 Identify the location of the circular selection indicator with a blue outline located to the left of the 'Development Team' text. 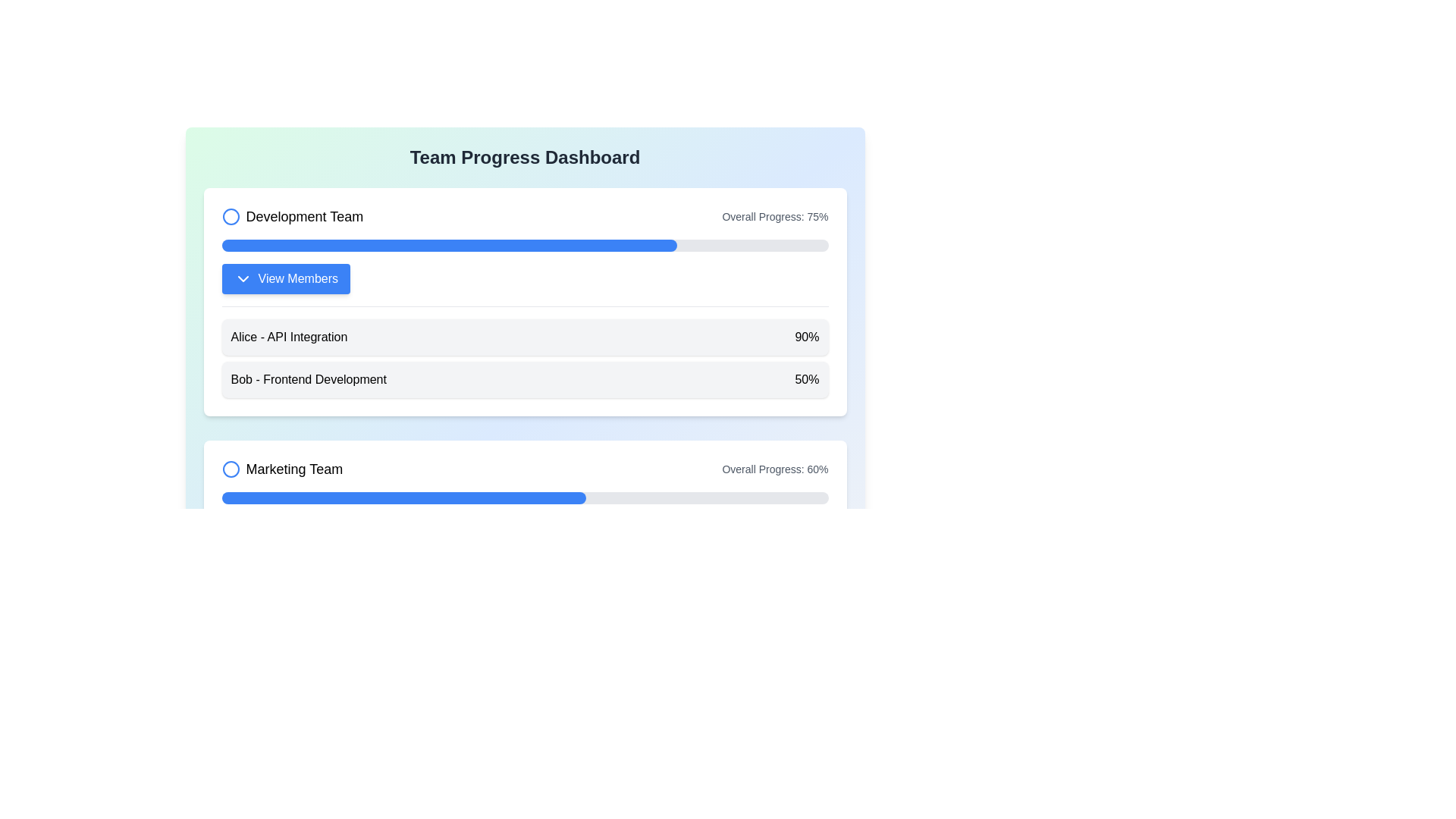
(230, 216).